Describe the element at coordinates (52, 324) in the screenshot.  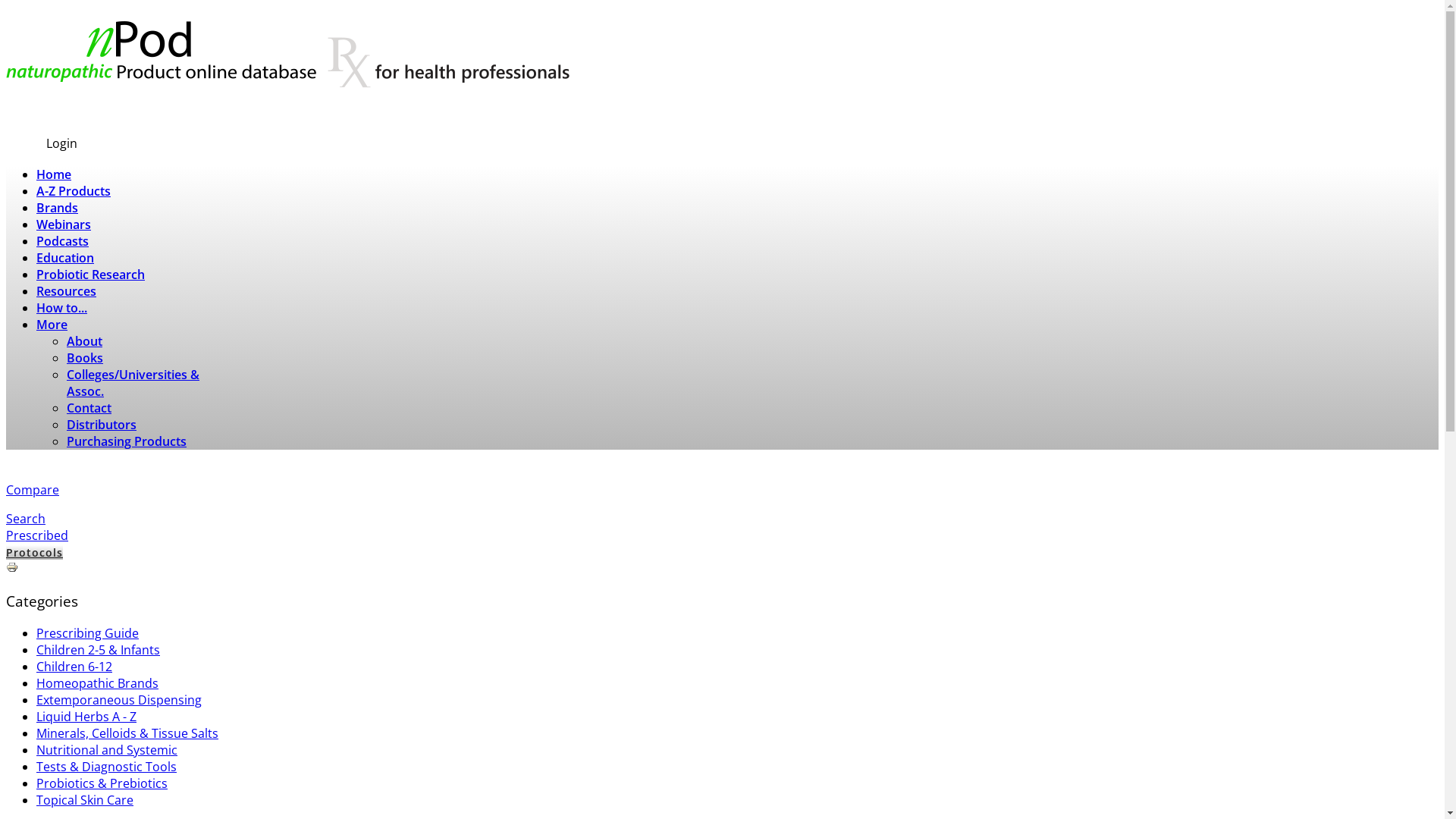
I see `'More'` at that location.